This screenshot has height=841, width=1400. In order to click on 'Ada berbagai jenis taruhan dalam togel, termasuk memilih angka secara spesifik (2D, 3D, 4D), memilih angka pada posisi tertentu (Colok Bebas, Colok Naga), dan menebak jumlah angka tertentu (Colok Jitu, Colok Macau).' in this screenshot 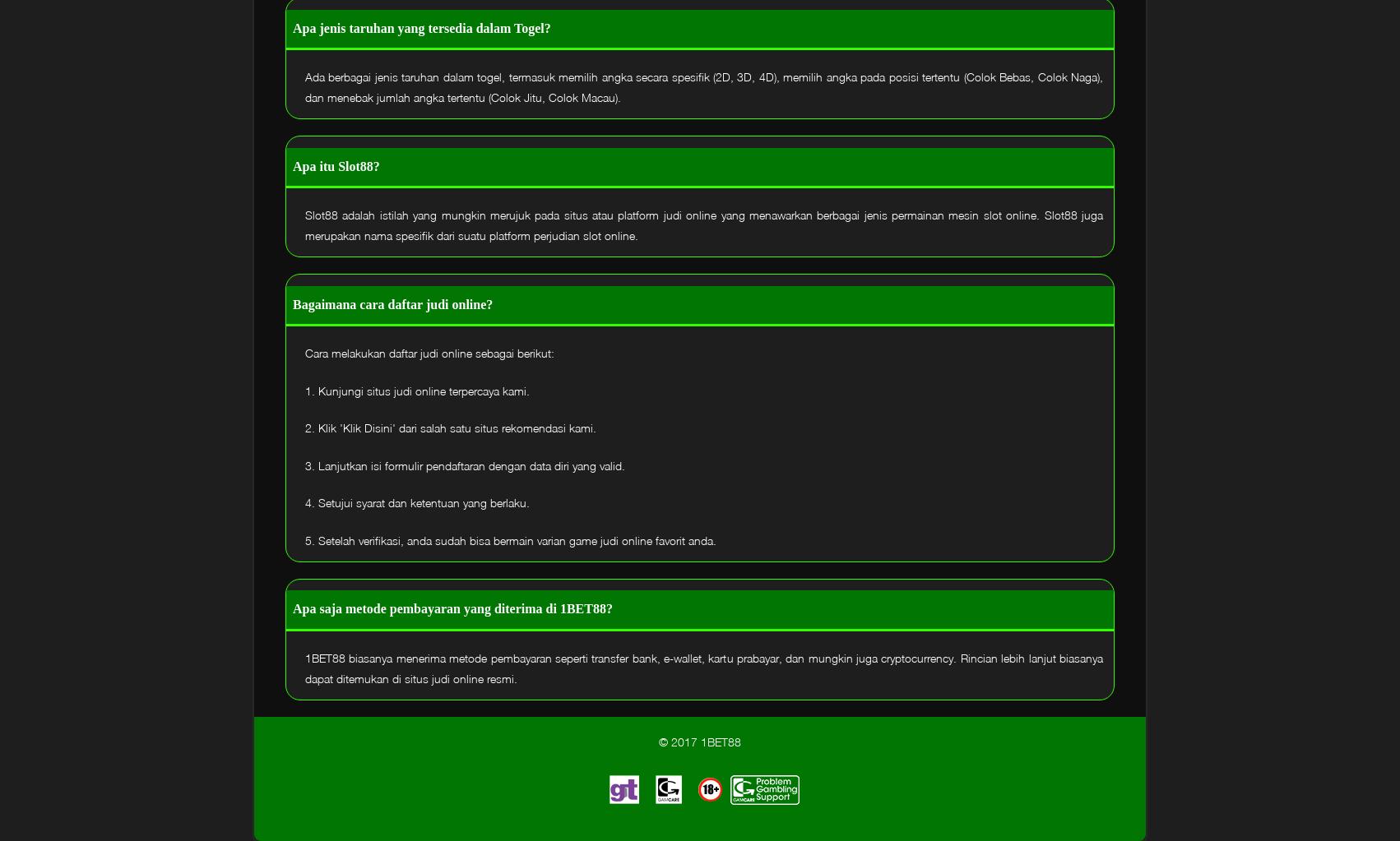, I will do `click(703, 86)`.